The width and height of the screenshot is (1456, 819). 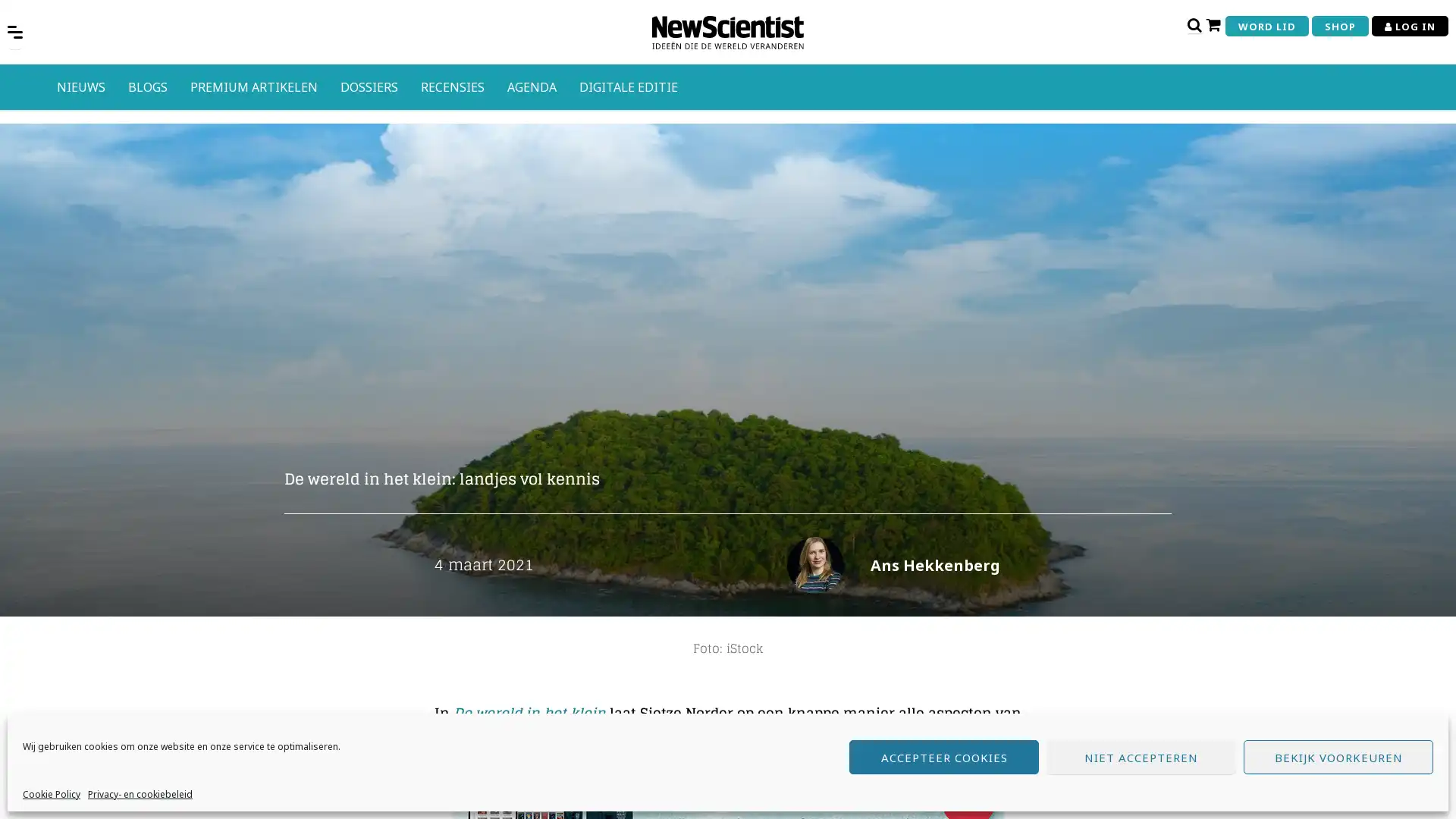 What do you see at coordinates (1141, 757) in the screenshot?
I see `NIET ACCEPTEREN` at bounding box center [1141, 757].